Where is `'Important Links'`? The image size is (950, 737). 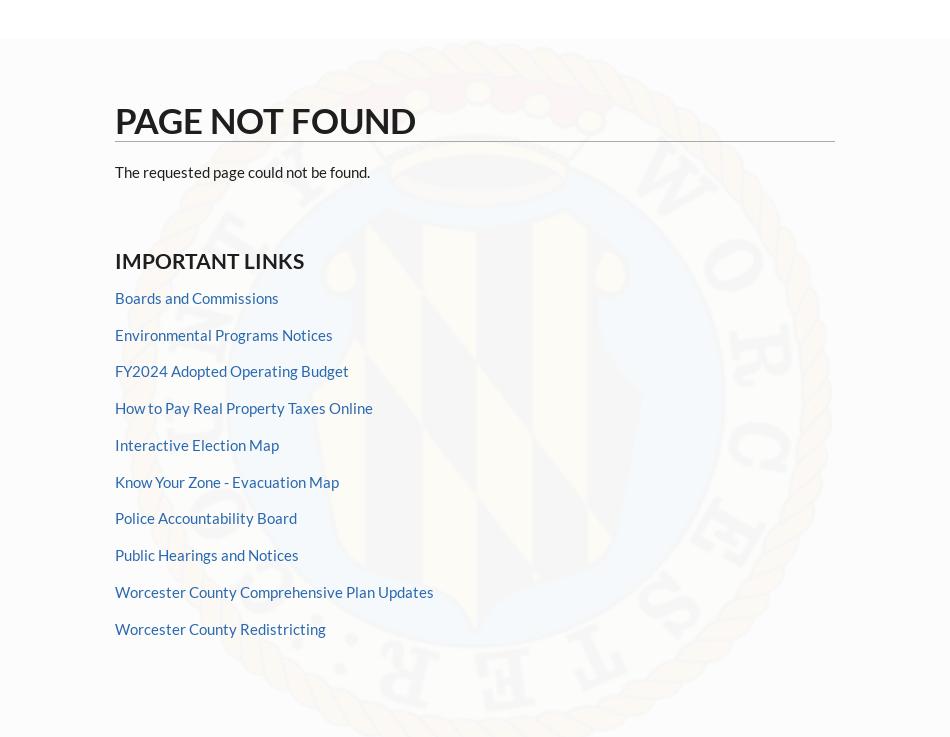
'Important Links' is located at coordinates (209, 258).